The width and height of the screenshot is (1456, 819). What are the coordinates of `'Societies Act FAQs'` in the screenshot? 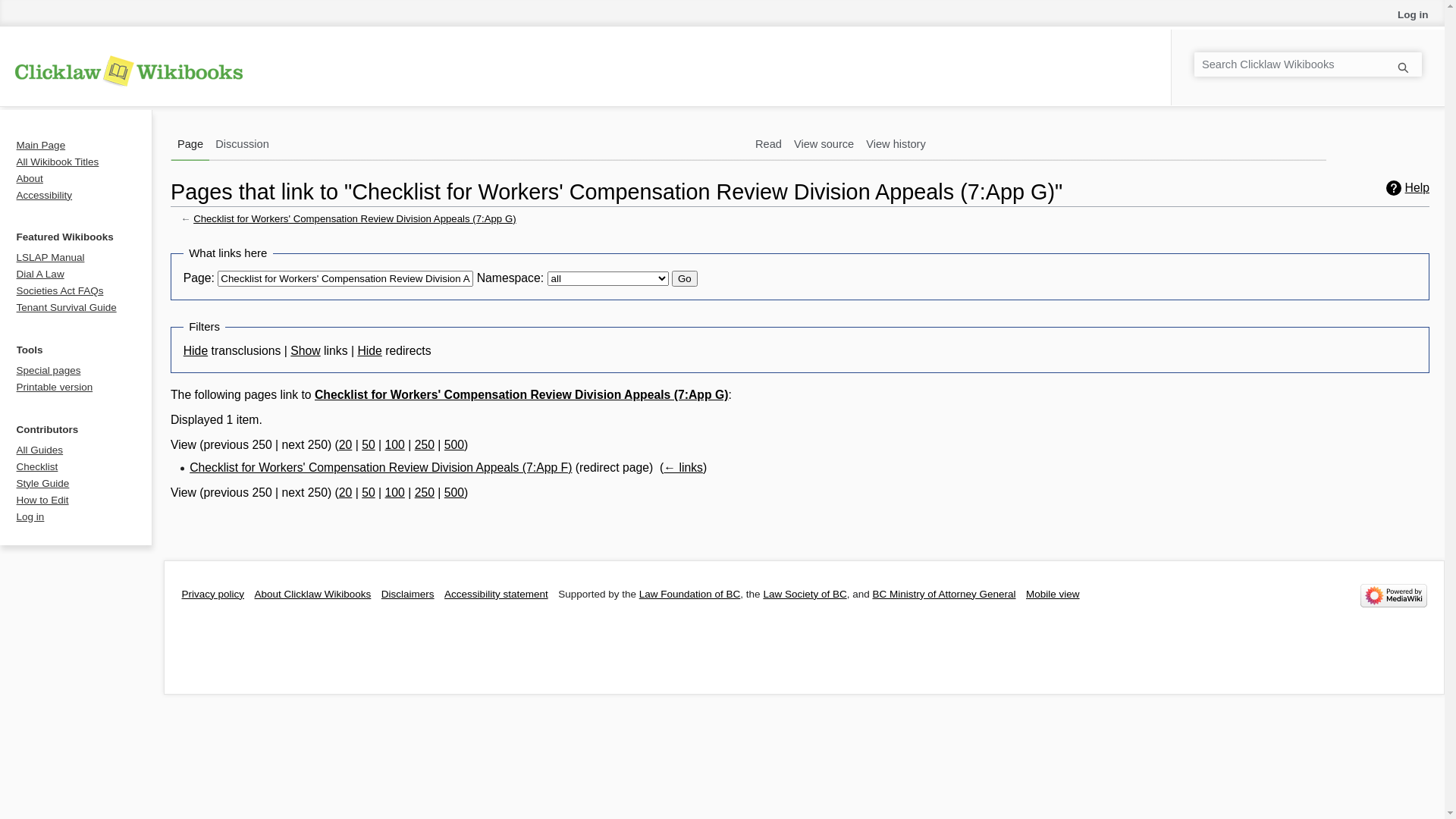 It's located at (60, 290).